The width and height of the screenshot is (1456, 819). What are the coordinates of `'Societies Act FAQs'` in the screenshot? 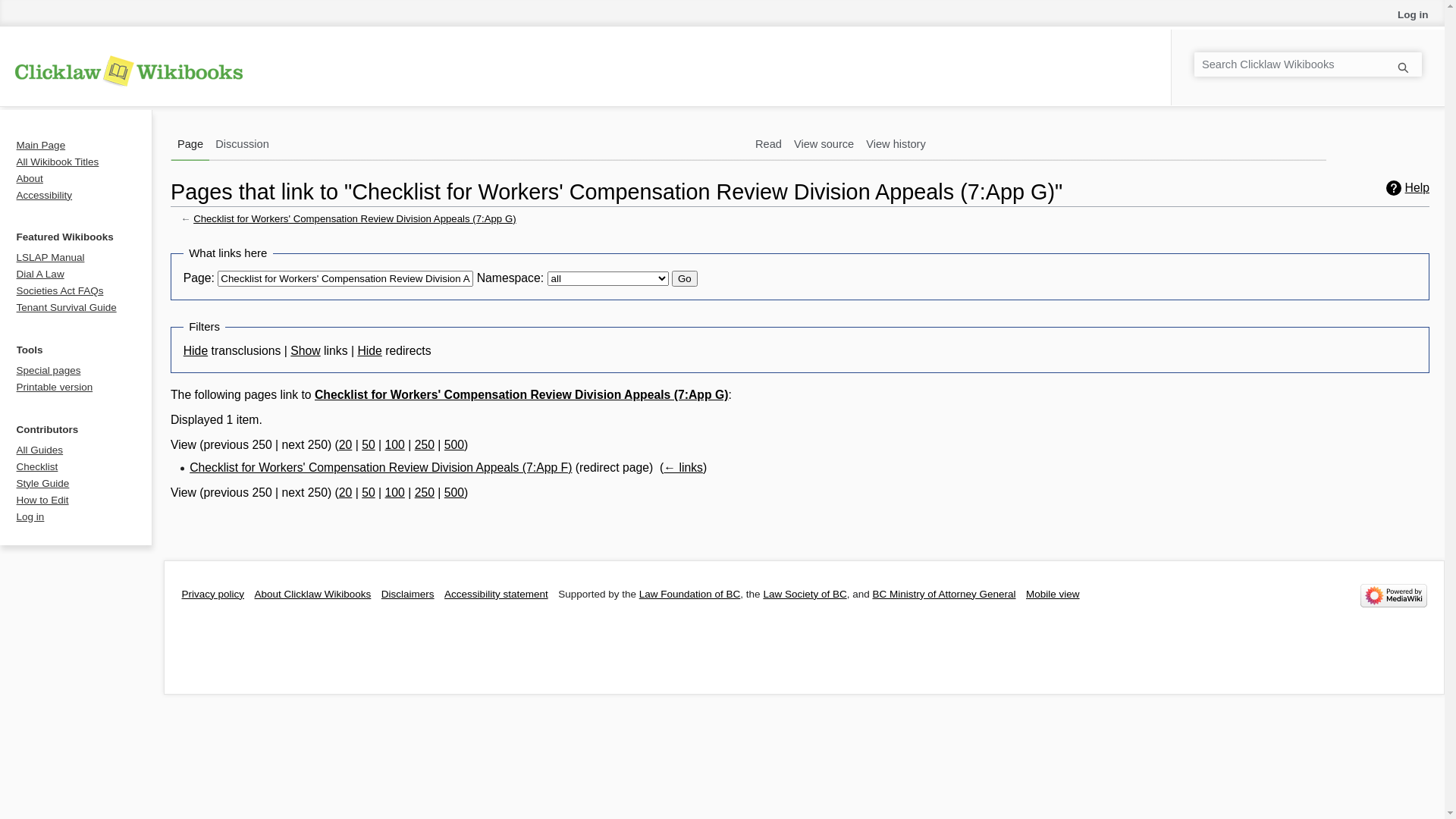 It's located at (60, 290).